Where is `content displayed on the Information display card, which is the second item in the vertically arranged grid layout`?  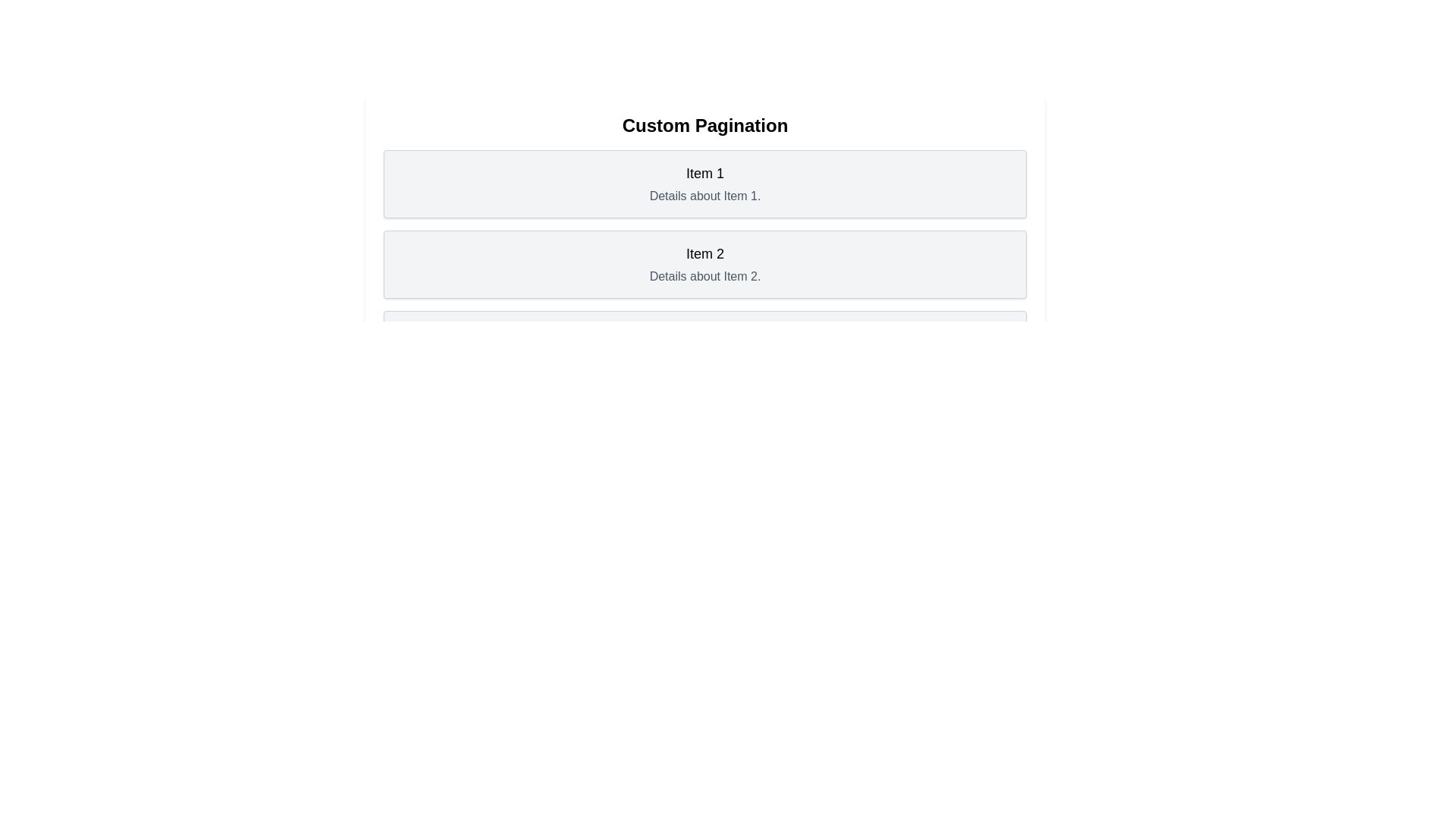
content displayed on the Information display card, which is the second item in the vertically arranged grid layout is located at coordinates (704, 263).